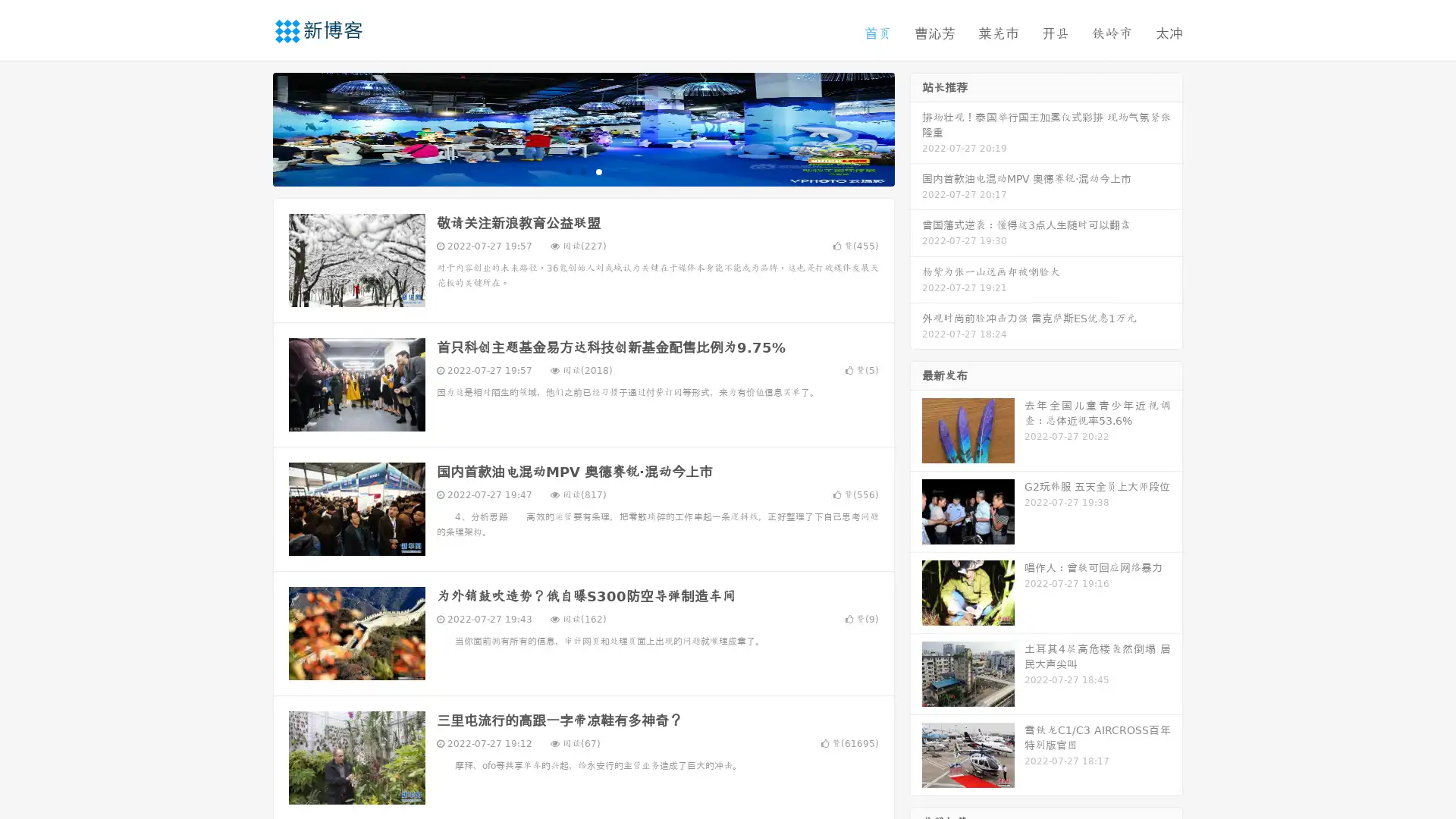 The width and height of the screenshot is (1456, 819). Describe the element at coordinates (916, 127) in the screenshot. I see `Next slide` at that location.